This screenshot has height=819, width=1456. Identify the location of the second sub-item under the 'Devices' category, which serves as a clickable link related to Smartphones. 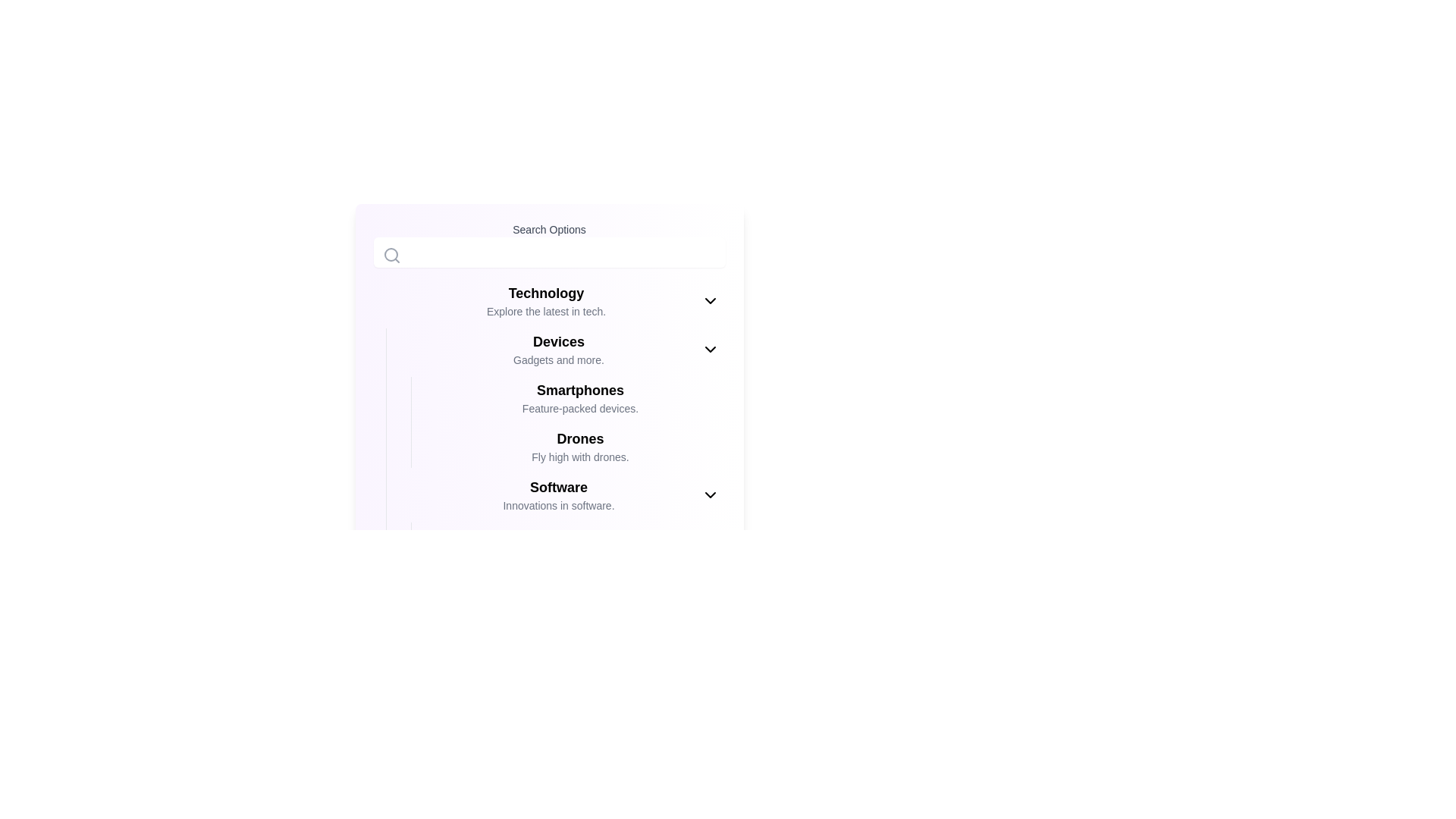
(560, 397).